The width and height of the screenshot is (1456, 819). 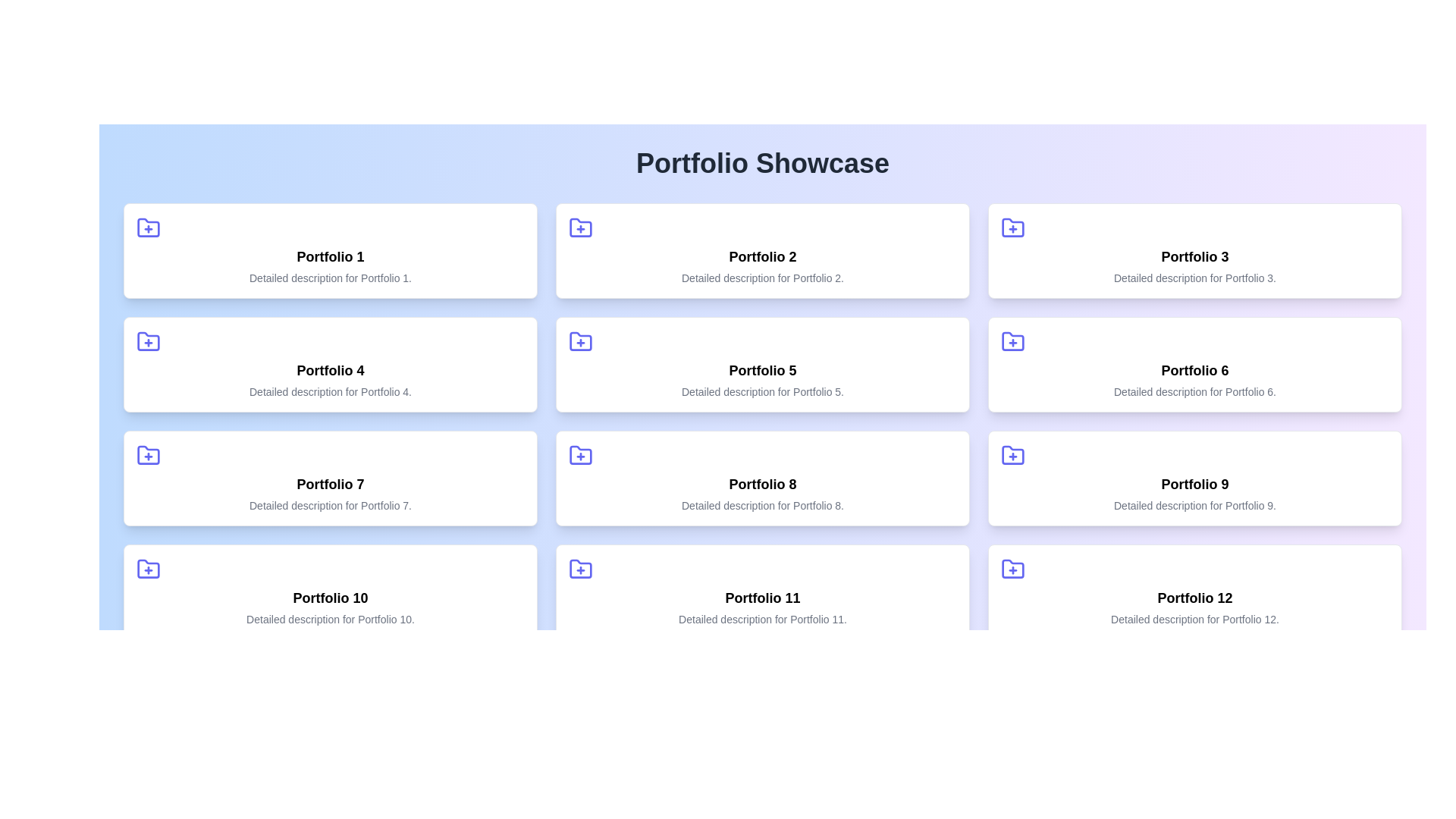 What do you see at coordinates (149, 227) in the screenshot?
I see `the SVG icon button located in the top-left section of the 'Portfolio 1' card` at bounding box center [149, 227].